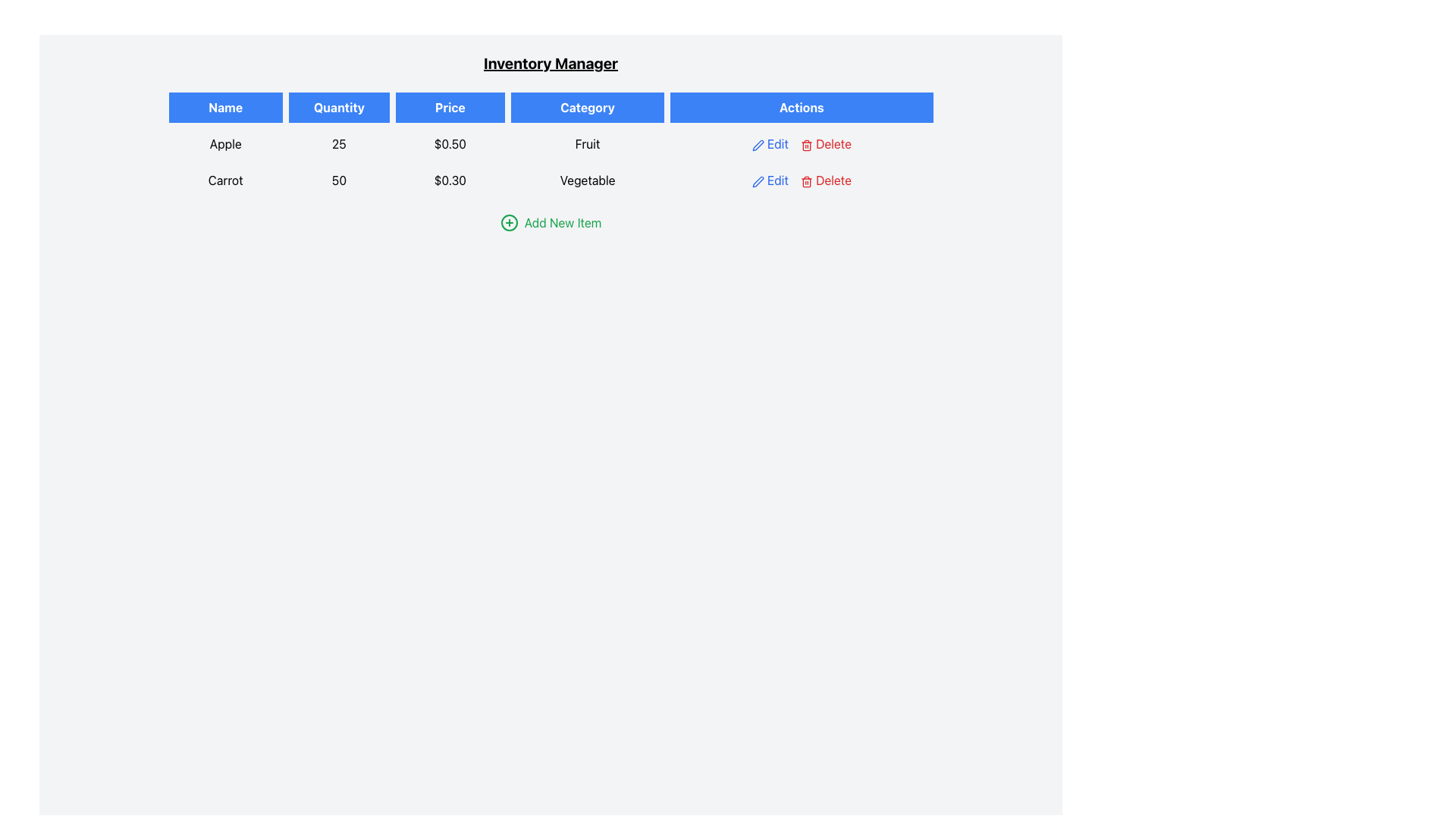 The image size is (1456, 819). I want to click on the 'Name' text label of the second row in the inventory item table to read the text, so click(224, 180).